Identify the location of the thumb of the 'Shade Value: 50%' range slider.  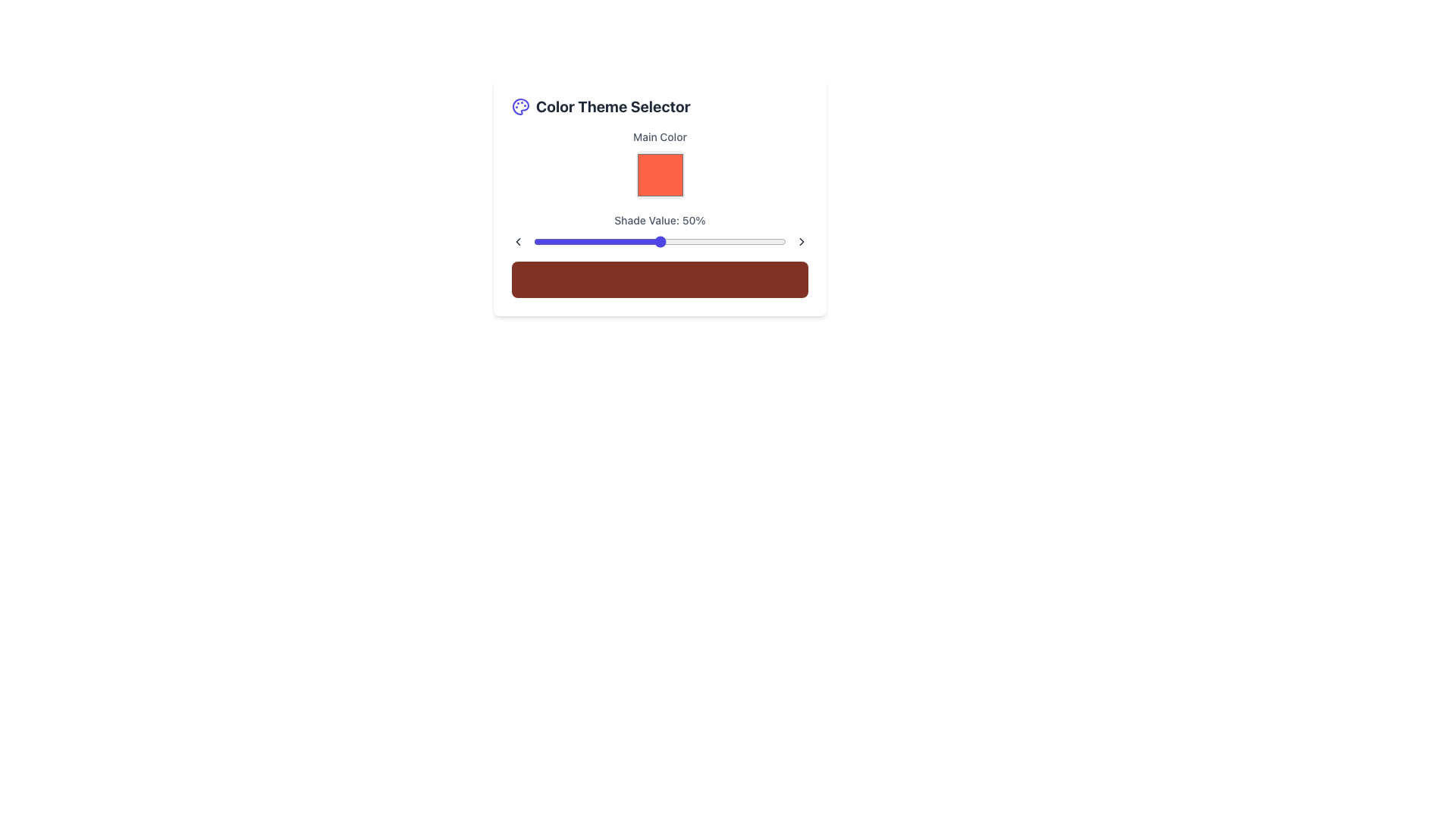
(660, 231).